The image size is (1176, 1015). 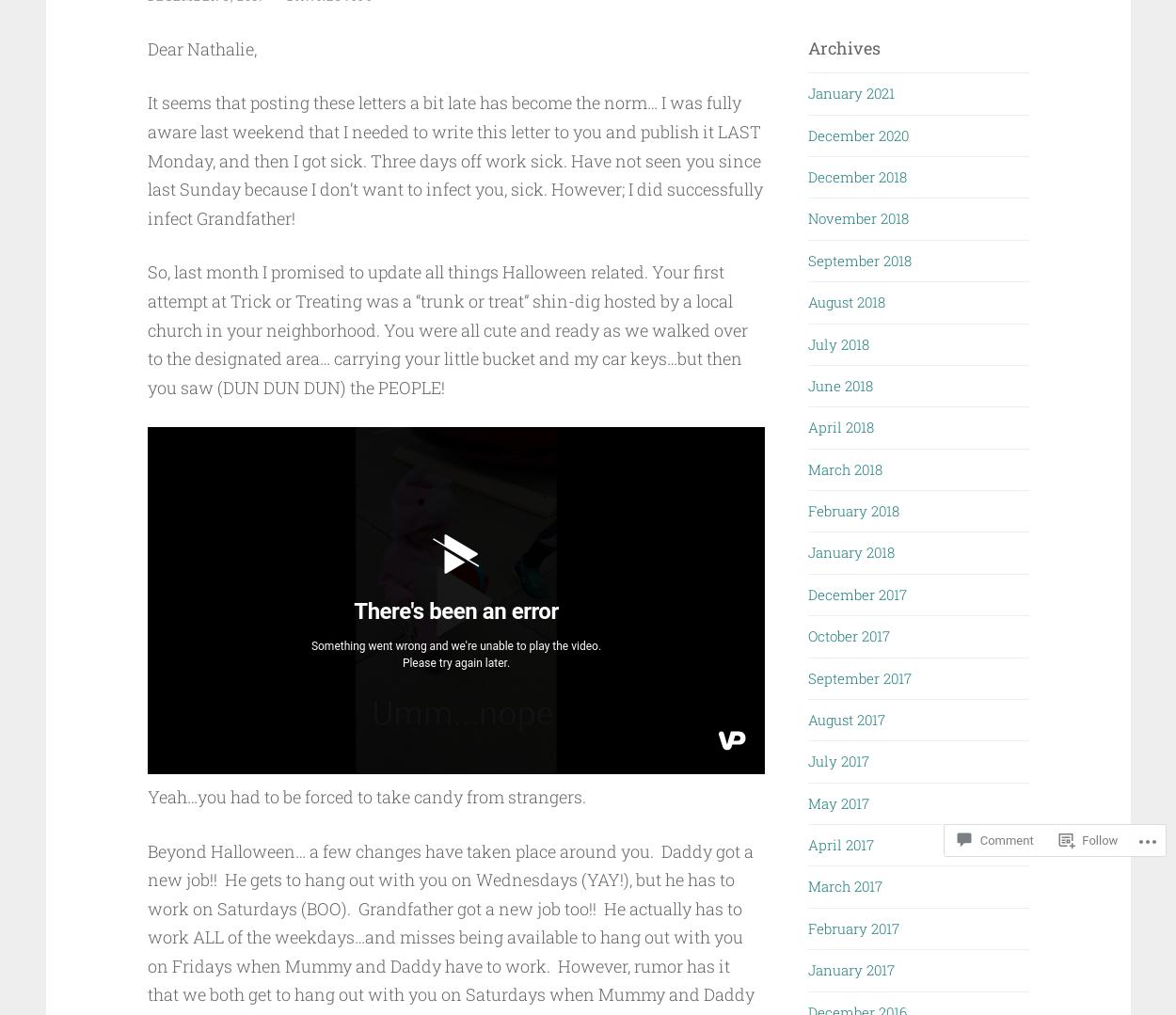 I want to click on 'August 2018', so click(x=847, y=301).